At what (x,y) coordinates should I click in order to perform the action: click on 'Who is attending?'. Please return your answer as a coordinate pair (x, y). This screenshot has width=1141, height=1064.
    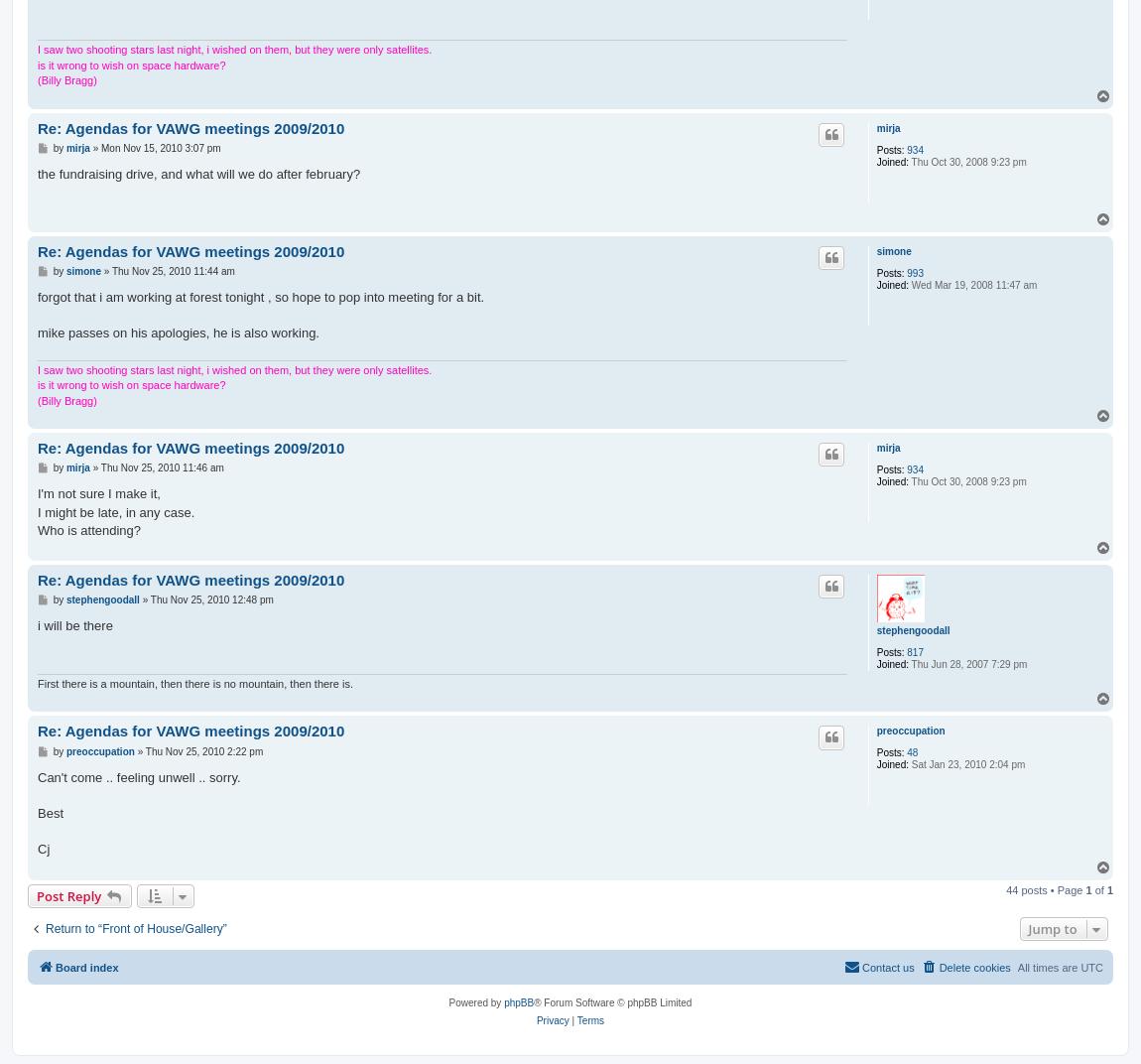
    Looking at the image, I should click on (88, 529).